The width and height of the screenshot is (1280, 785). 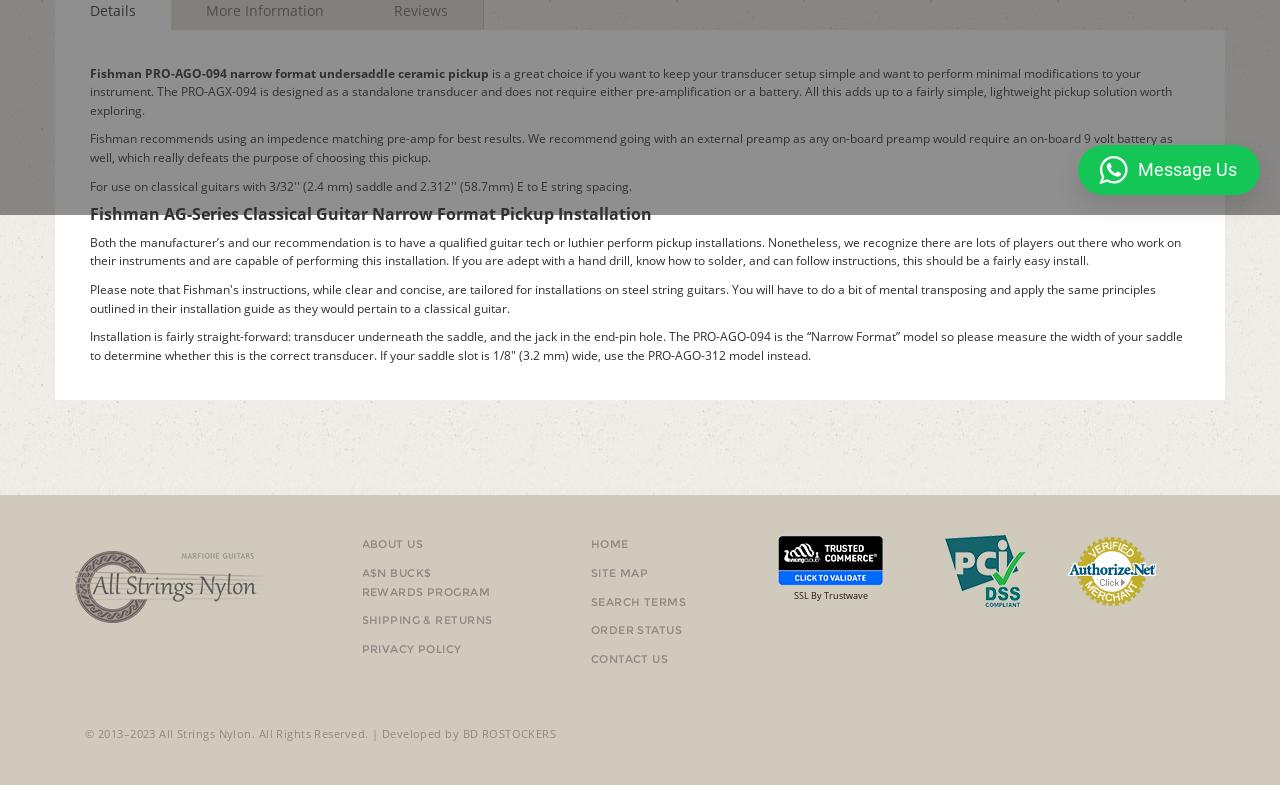 What do you see at coordinates (618, 572) in the screenshot?
I see `'Site Map'` at bounding box center [618, 572].